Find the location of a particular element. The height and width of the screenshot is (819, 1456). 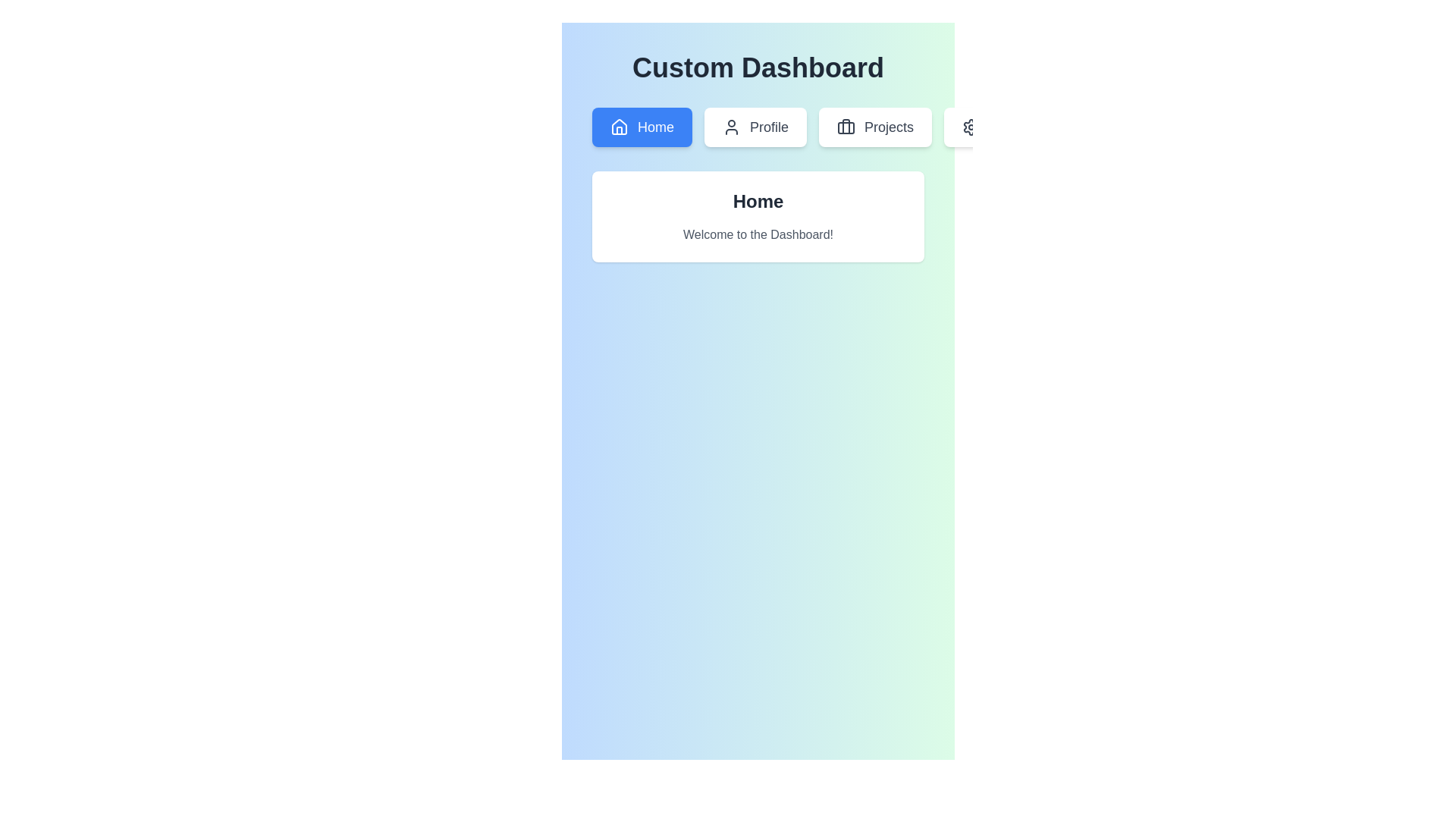

the navigation button for accessing the settings section of the application, which is located on the top navigation bar as the fourth item from the left after the 'Projects' button is located at coordinates (1000, 127).